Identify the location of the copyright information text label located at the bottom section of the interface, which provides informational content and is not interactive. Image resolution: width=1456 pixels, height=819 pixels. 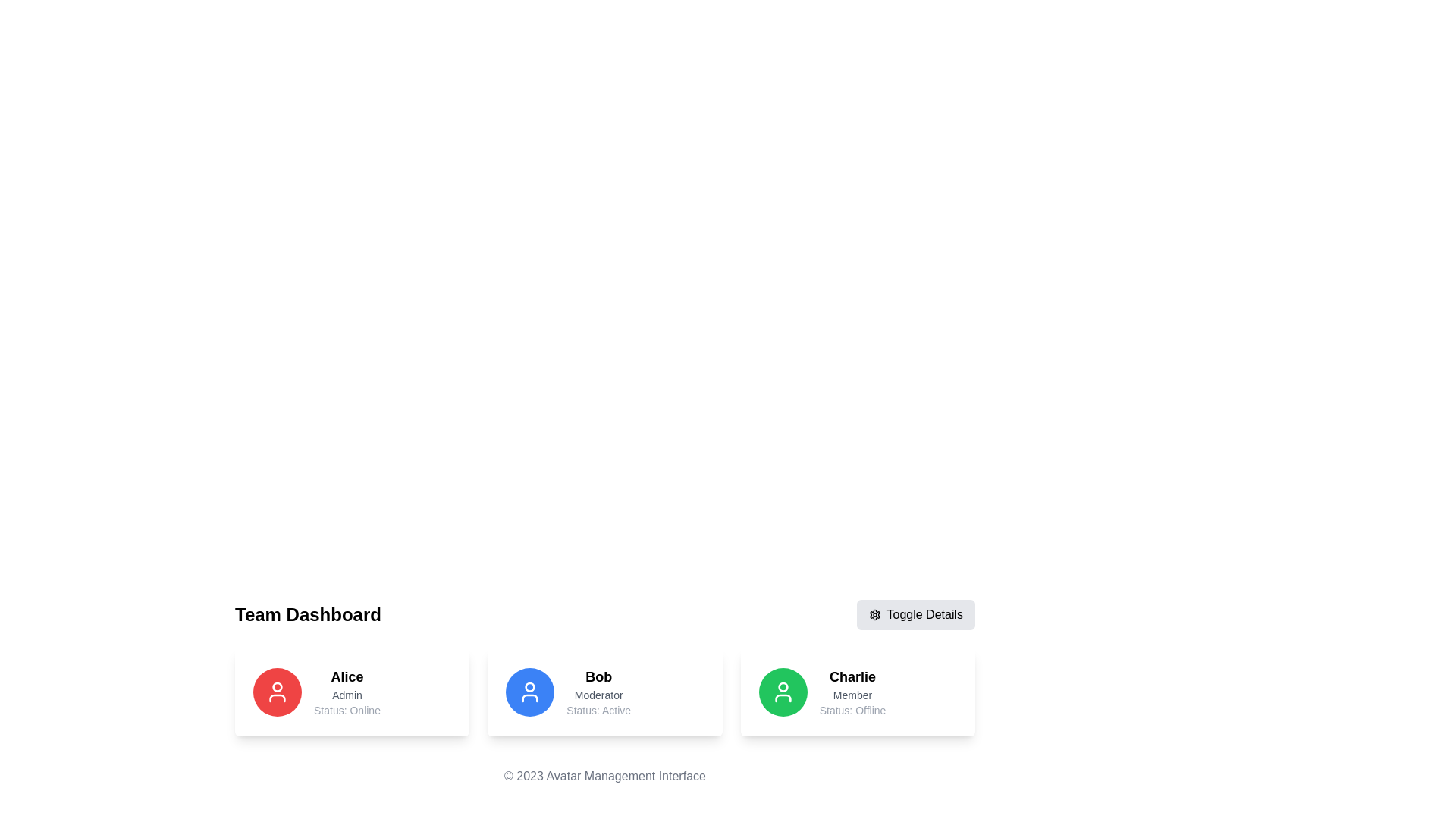
(604, 776).